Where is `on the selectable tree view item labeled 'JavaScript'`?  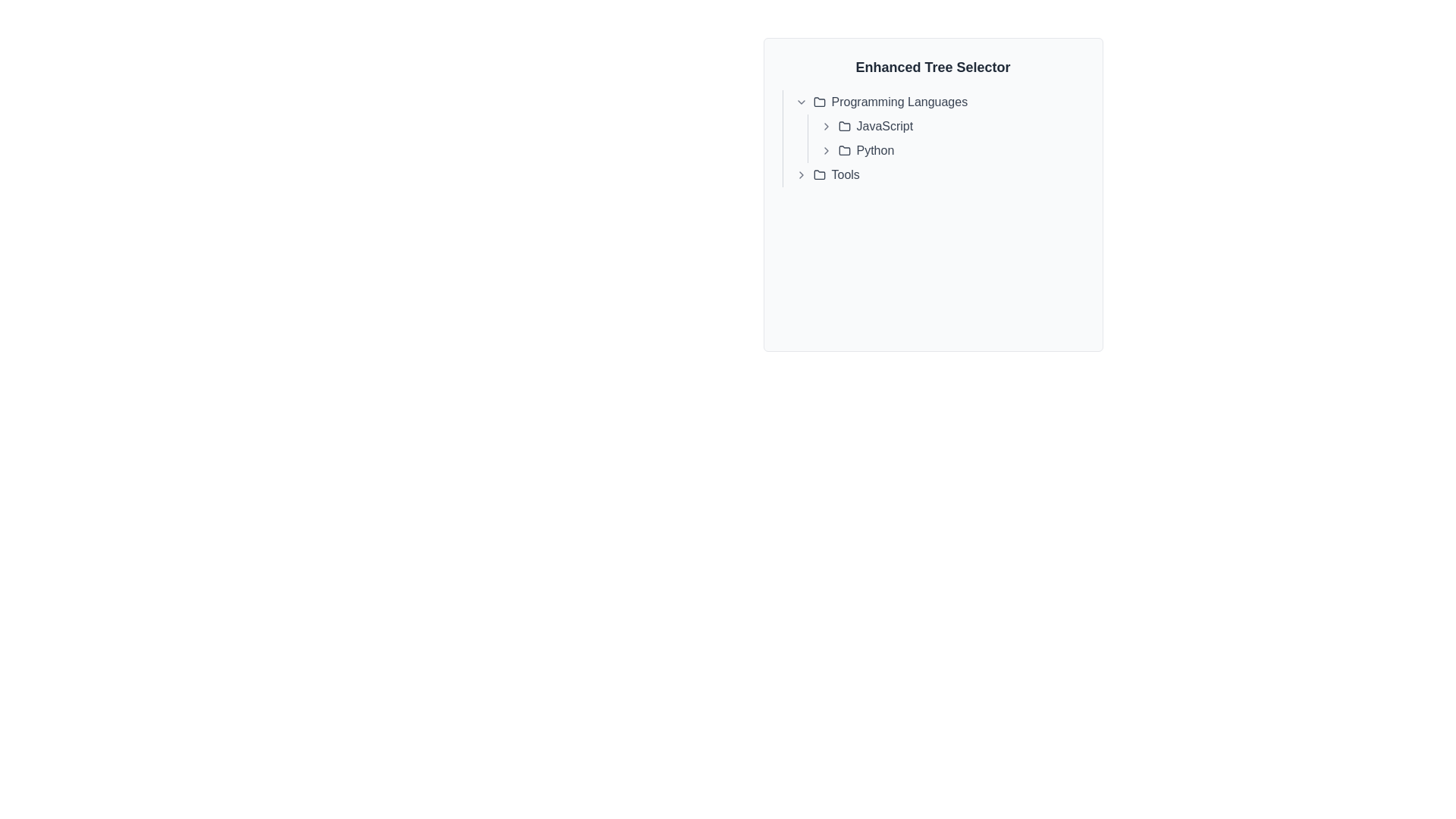 on the selectable tree view item labeled 'JavaScript' is located at coordinates (951, 125).